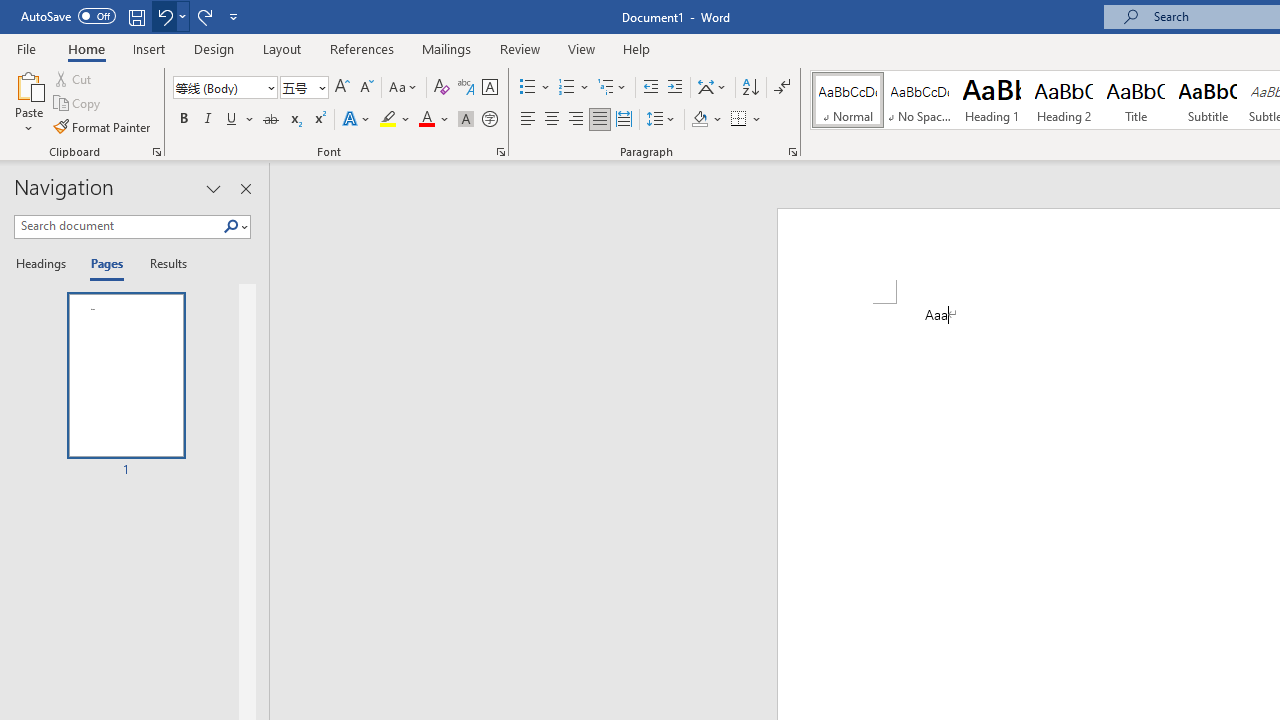 The height and width of the screenshot is (720, 1280). What do you see at coordinates (791, 150) in the screenshot?
I see `'Paragraph...'` at bounding box center [791, 150].